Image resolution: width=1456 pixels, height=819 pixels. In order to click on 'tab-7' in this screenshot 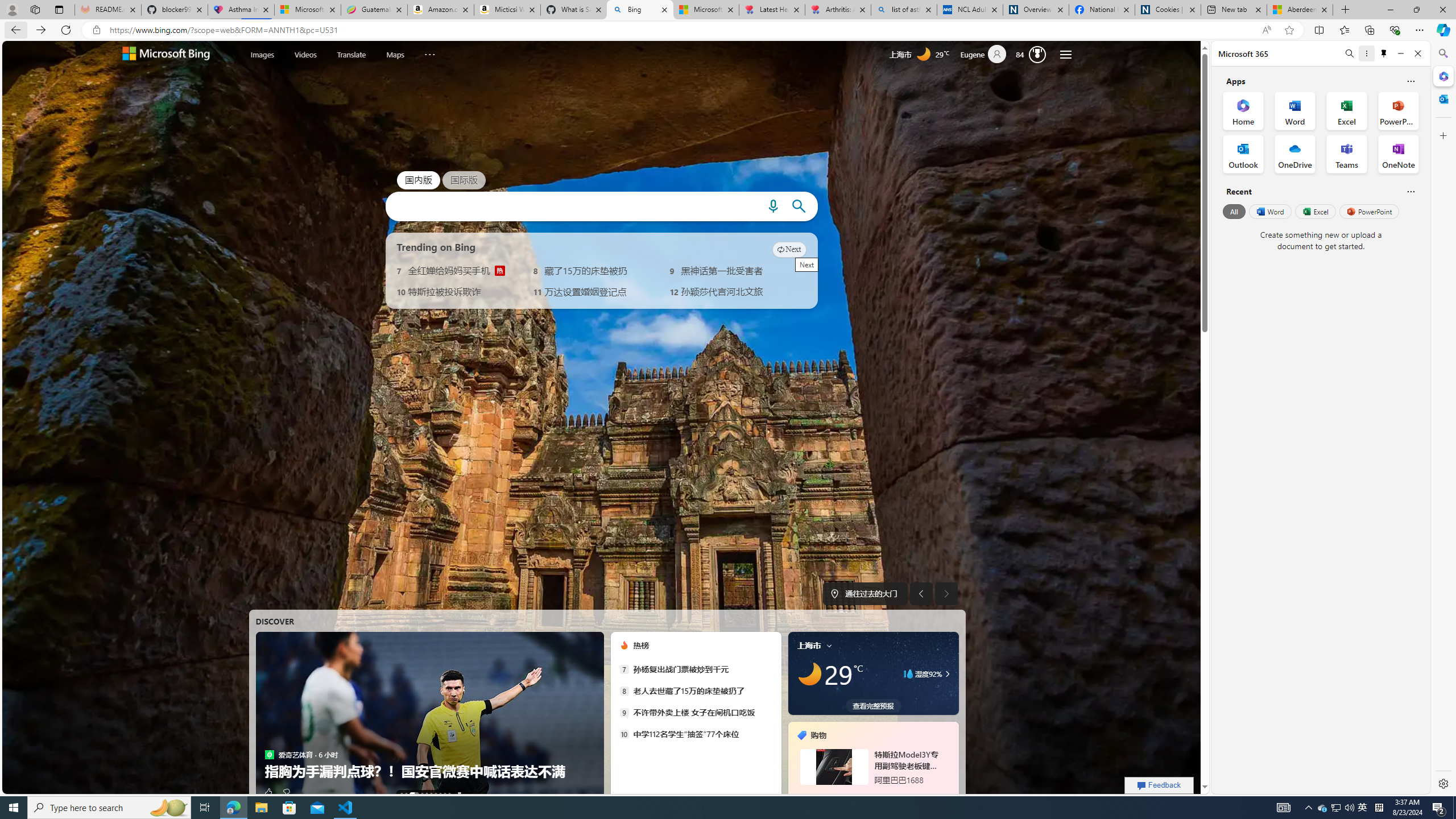, I will do `click(859, 795)`.